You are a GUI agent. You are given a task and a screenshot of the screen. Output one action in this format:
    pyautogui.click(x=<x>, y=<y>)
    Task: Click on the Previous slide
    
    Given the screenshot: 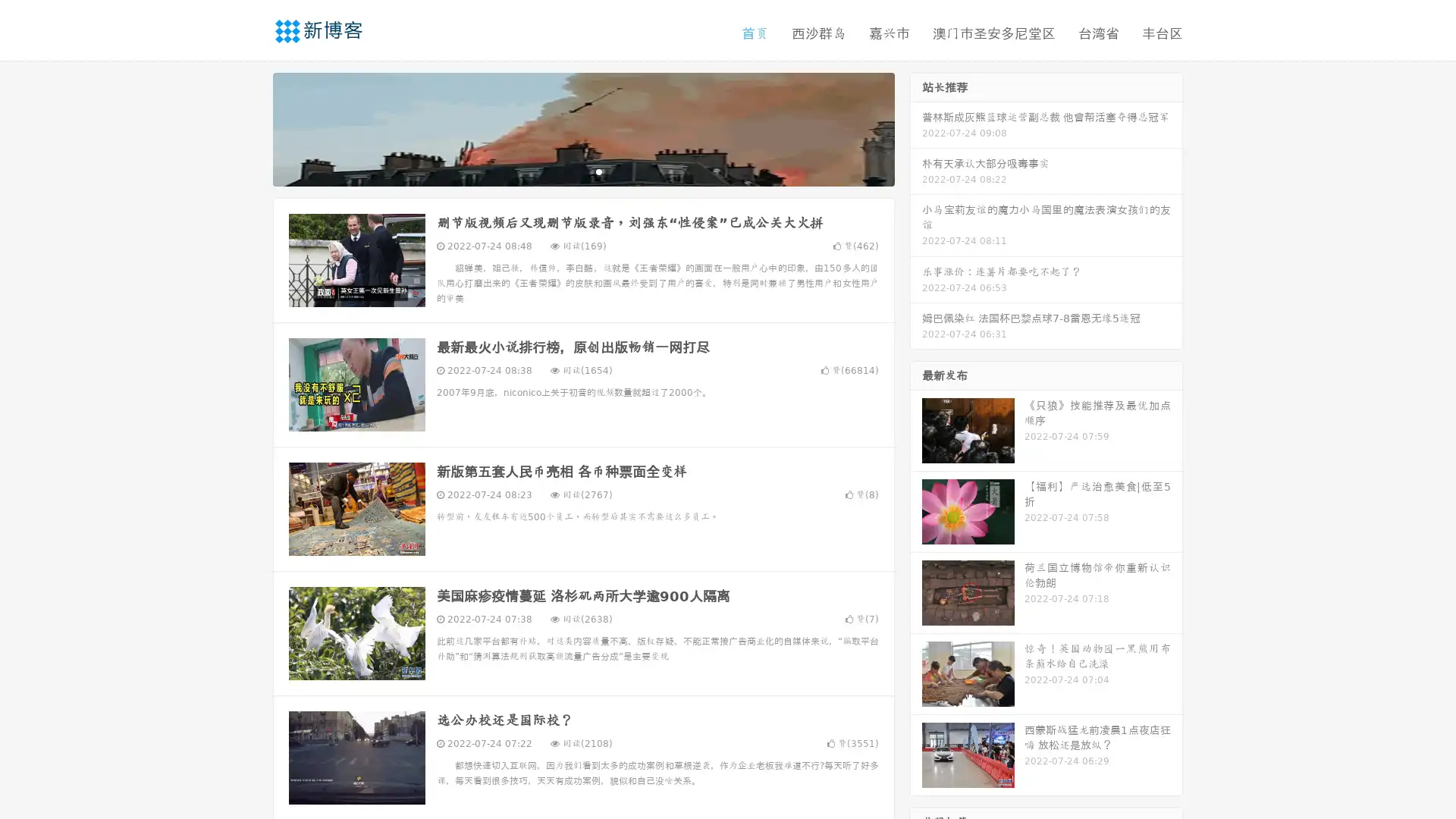 What is the action you would take?
    pyautogui.click(x=250, y=127)
    